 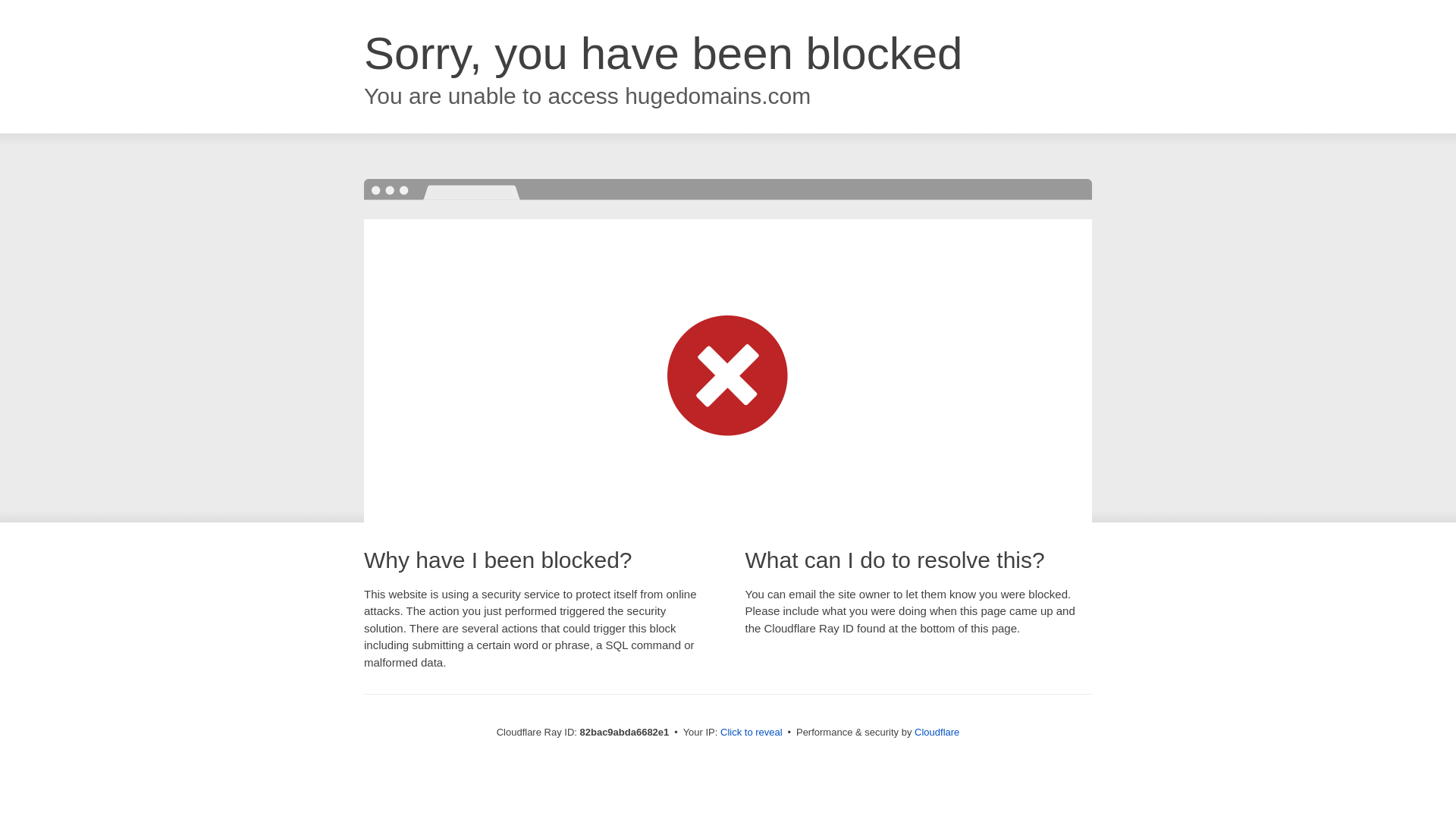 I want to click on 'Click to reveal', so click(x=751, y=731).